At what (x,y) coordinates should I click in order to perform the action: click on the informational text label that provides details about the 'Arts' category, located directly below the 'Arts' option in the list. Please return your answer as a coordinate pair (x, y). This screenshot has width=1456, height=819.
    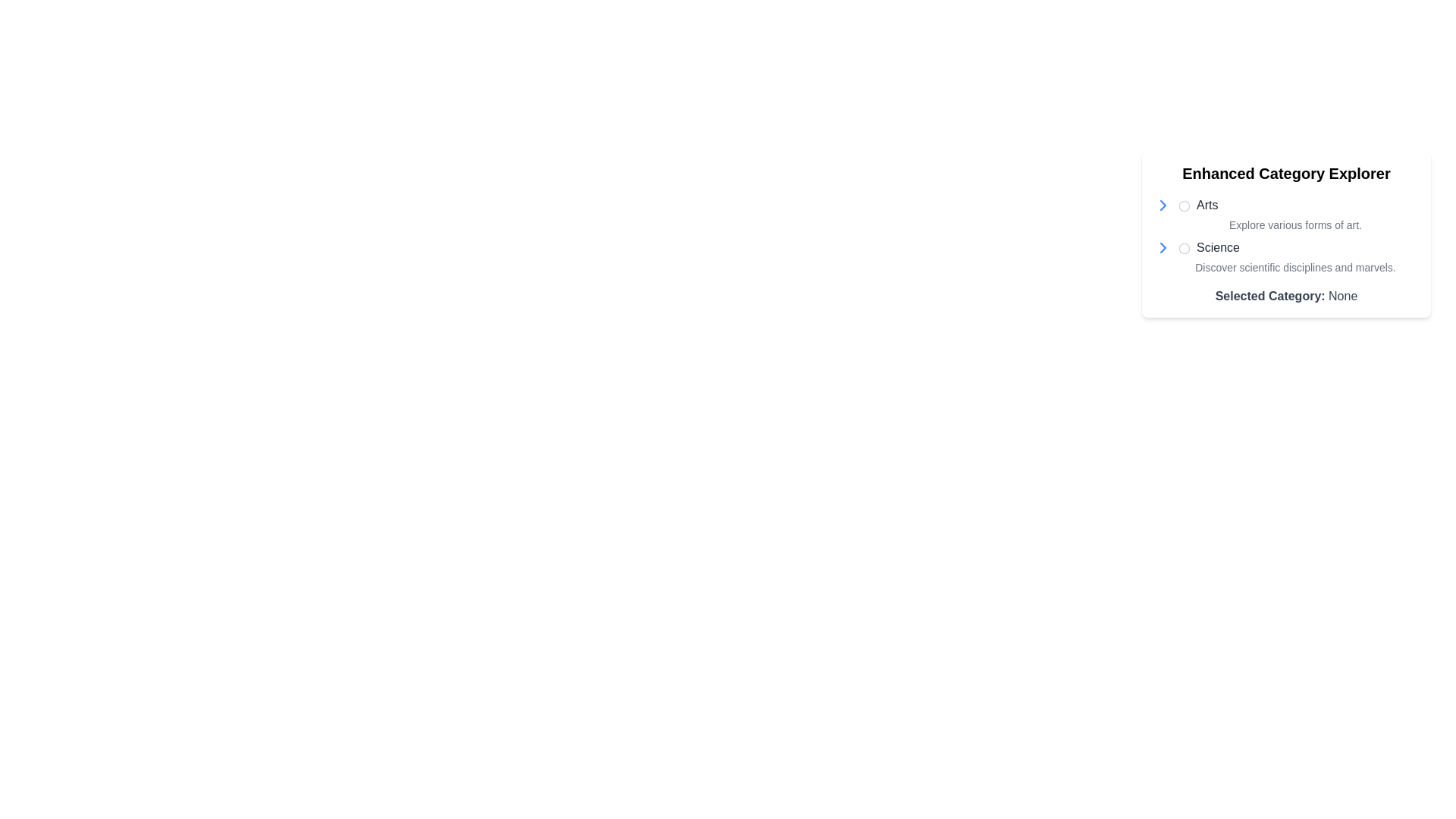
    Looking at the image, I should click on (1294, 225).